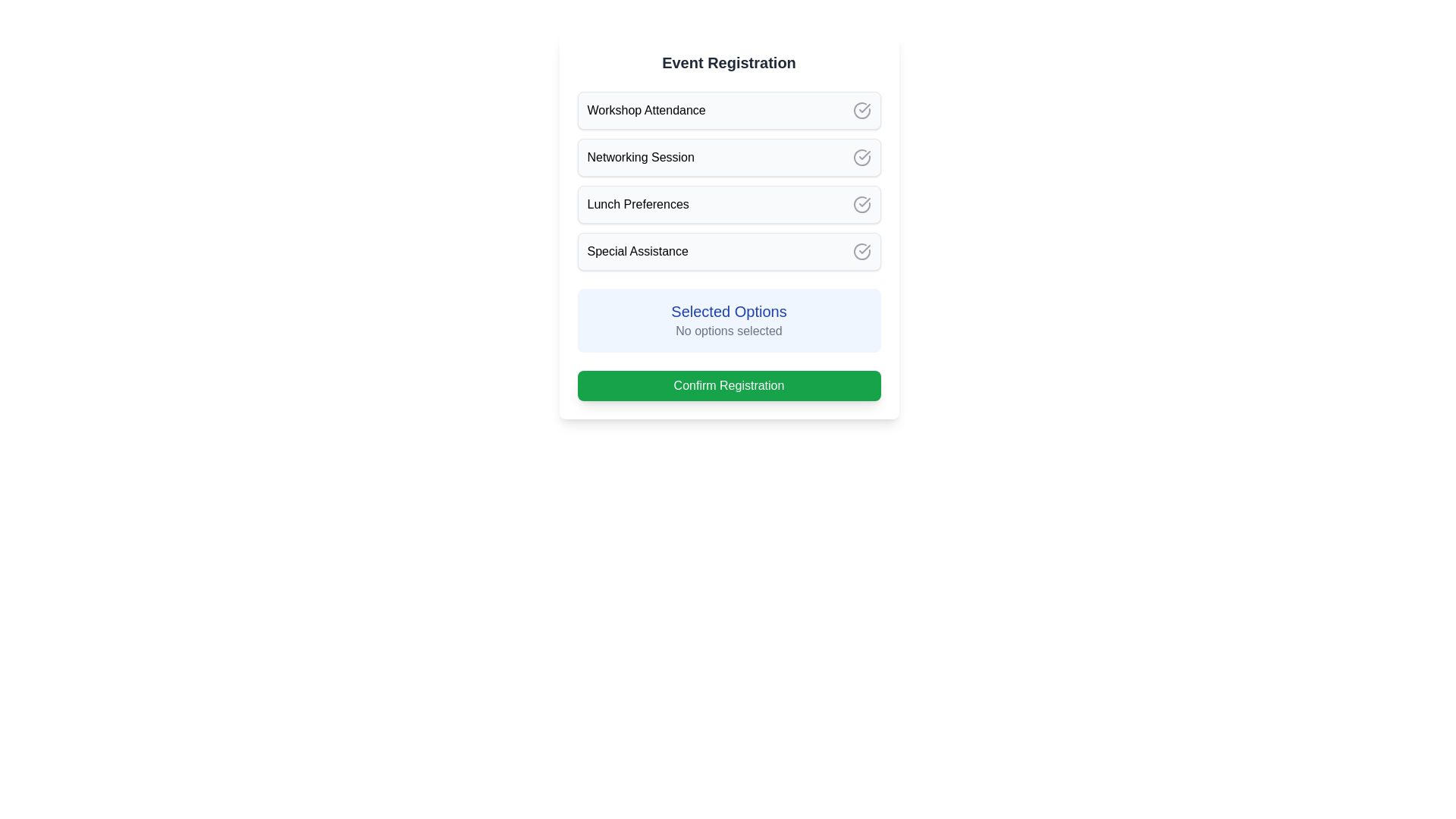  I want to click on the checkmark icon within a circular border located to the right of the 'Lunch Preferences' text in the third row of the list, to use it as part of understanding the overall interface theme, so click(861, 205).